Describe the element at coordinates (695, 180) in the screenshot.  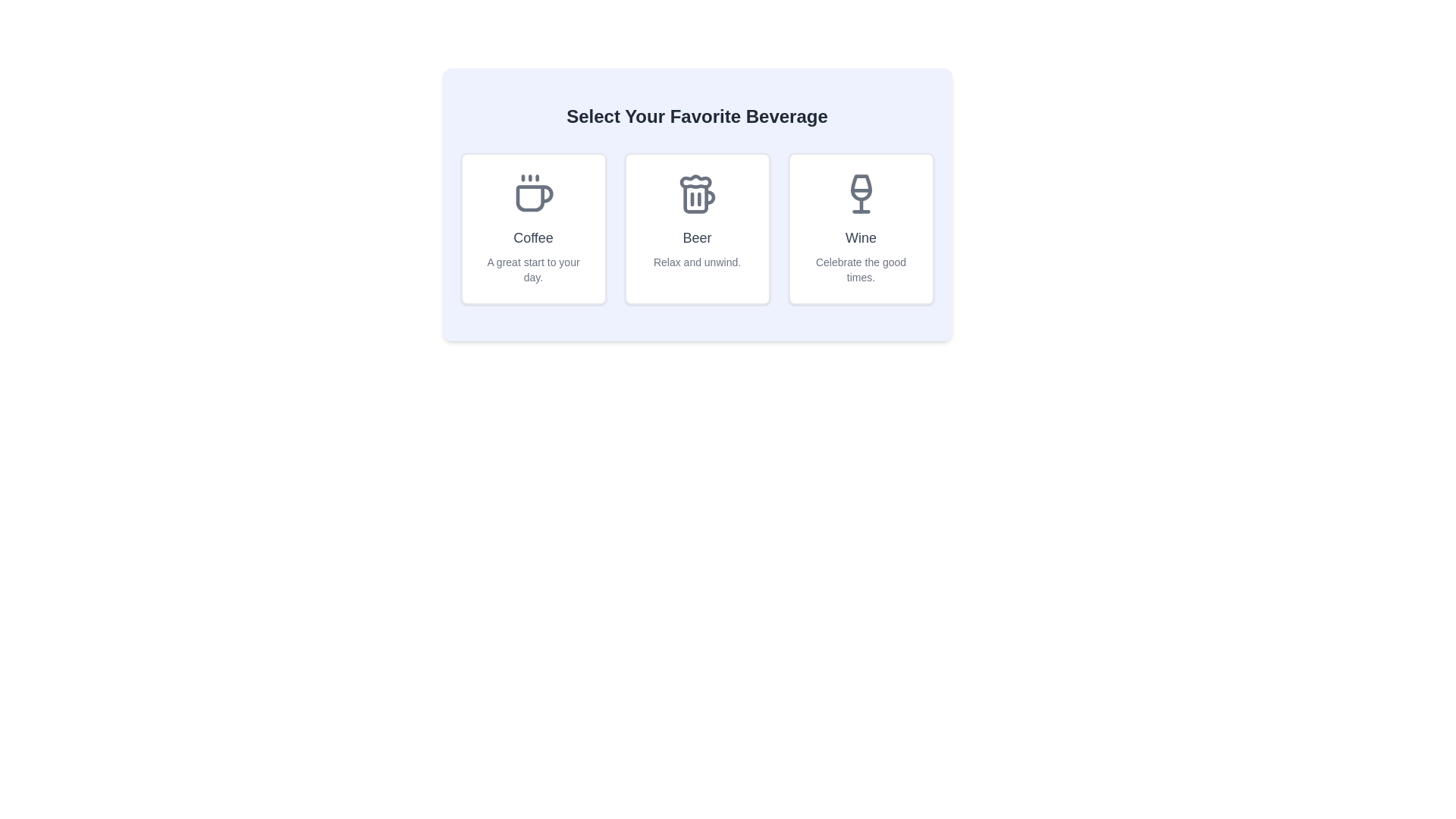
I see `the decorative foam area of the beer mug icon located in the center card of the interface` at that location.